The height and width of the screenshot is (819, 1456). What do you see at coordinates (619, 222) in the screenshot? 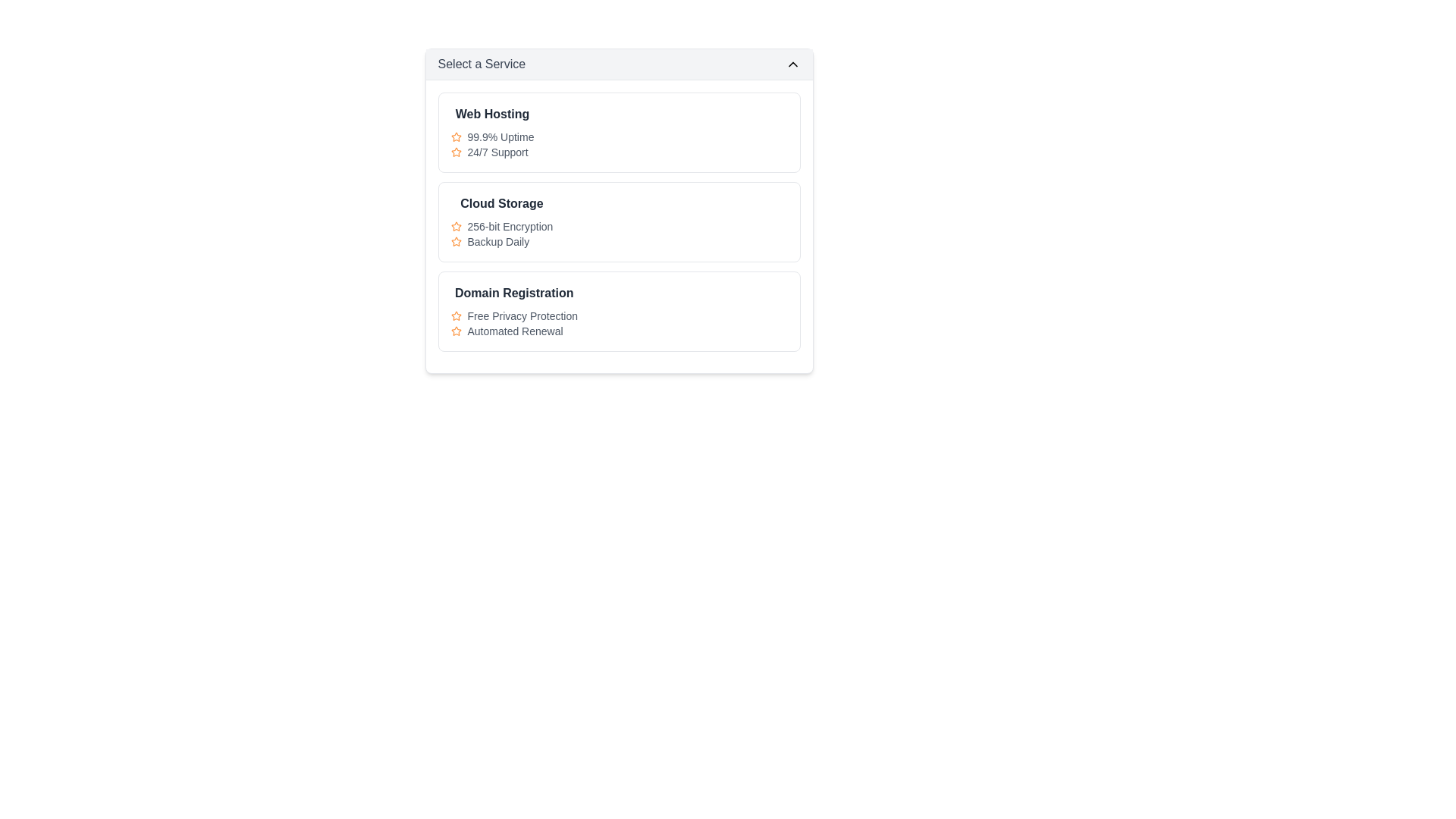
I see `the 'Cloud Storage' option card element, which is the second item in the 'Select a Service' section` at bounding box center [619, 222].